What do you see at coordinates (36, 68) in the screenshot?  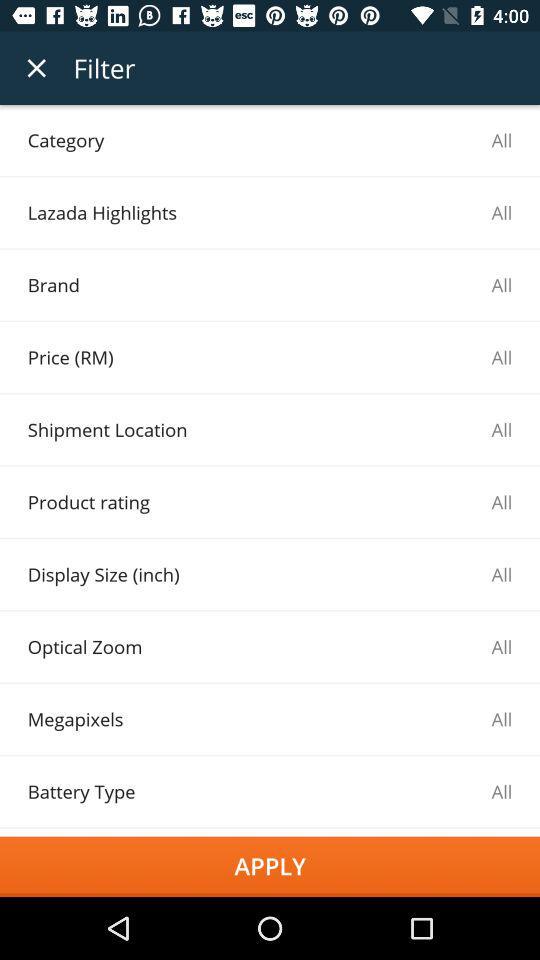 I see `the icon above category item` at bounding box center [36, 68].